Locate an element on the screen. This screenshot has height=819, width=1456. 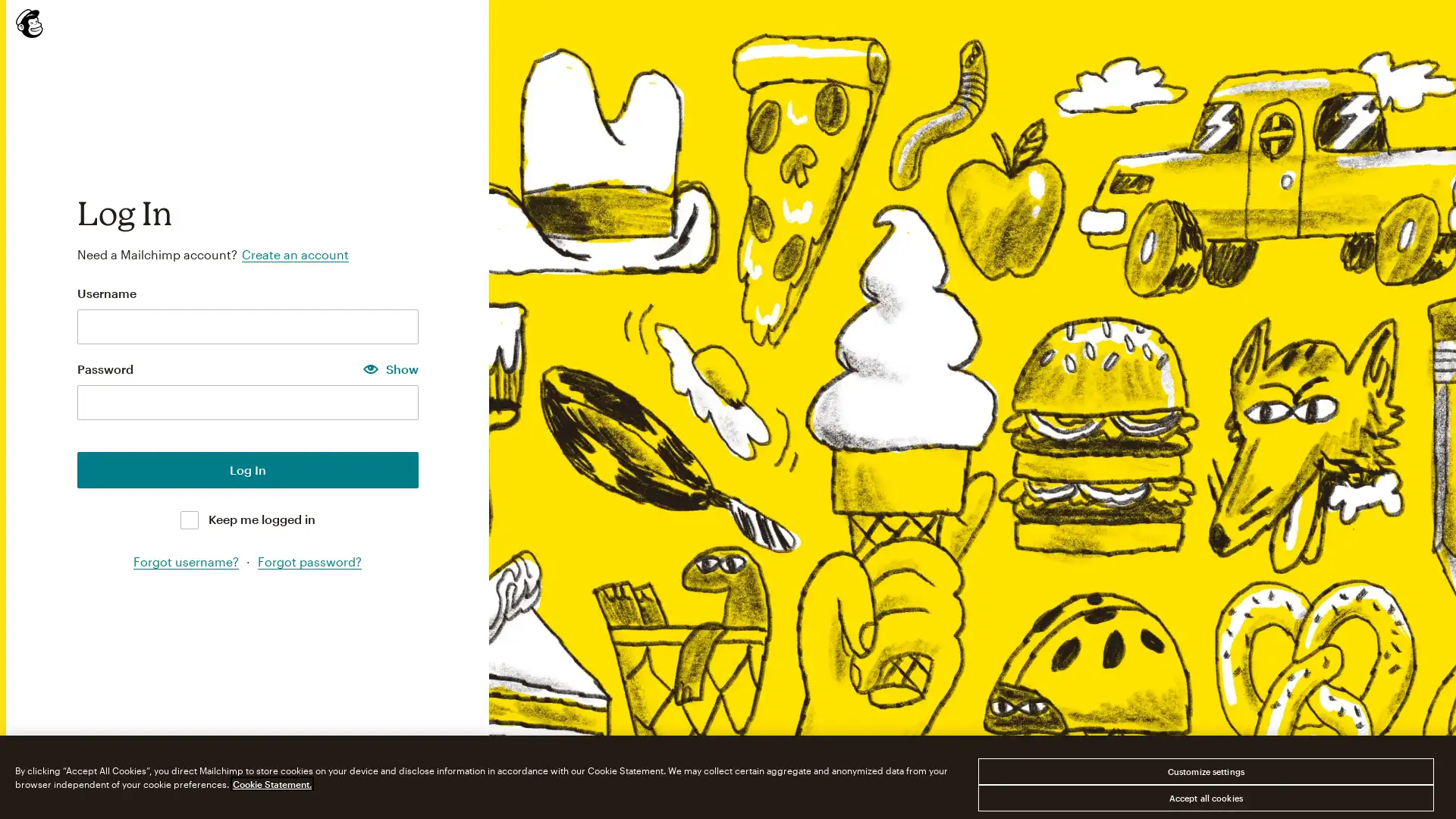
Log In is located at coordinates (247, 468).